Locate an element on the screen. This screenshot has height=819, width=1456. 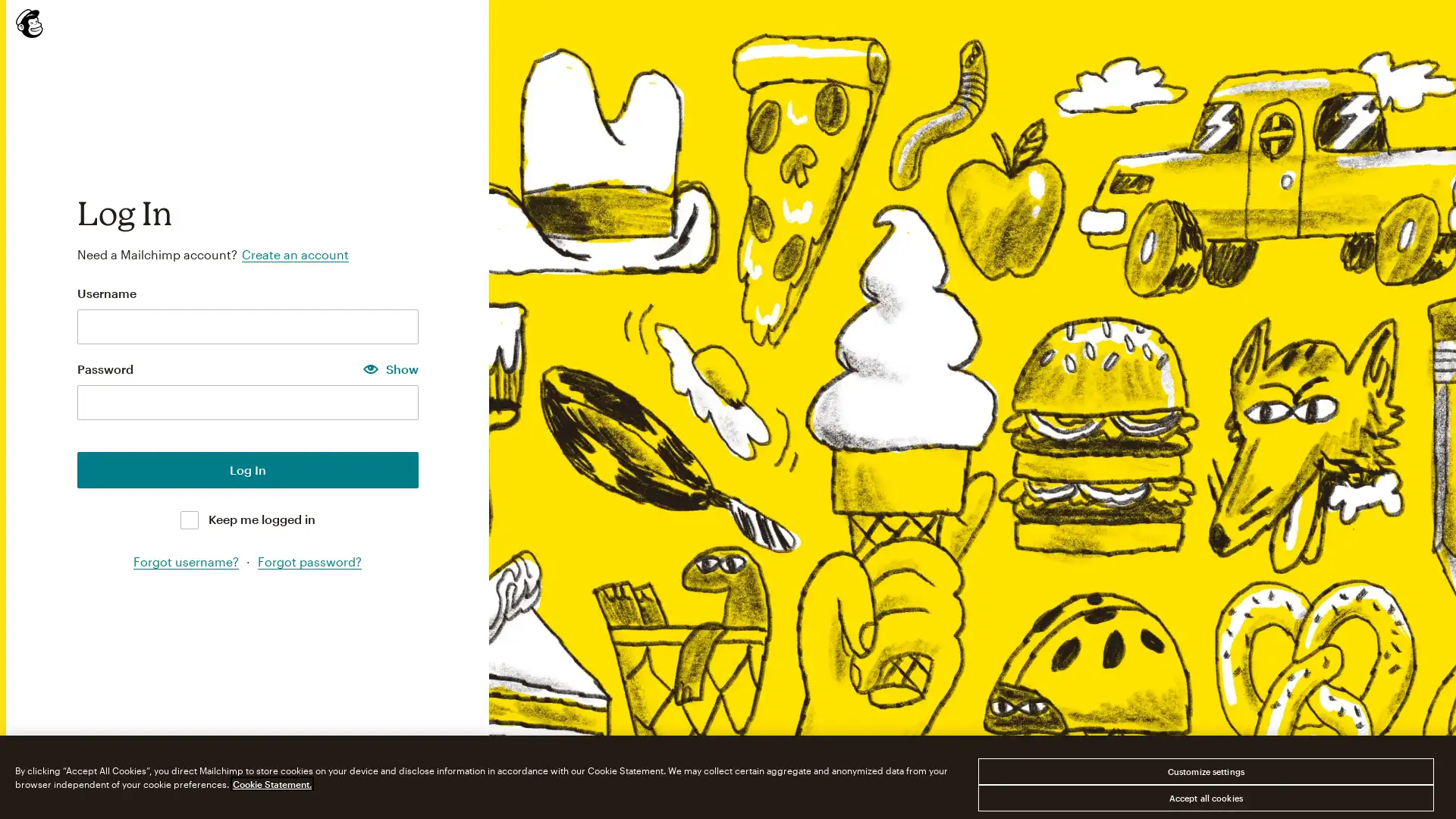
Log In is located at coordinates (247, 468).